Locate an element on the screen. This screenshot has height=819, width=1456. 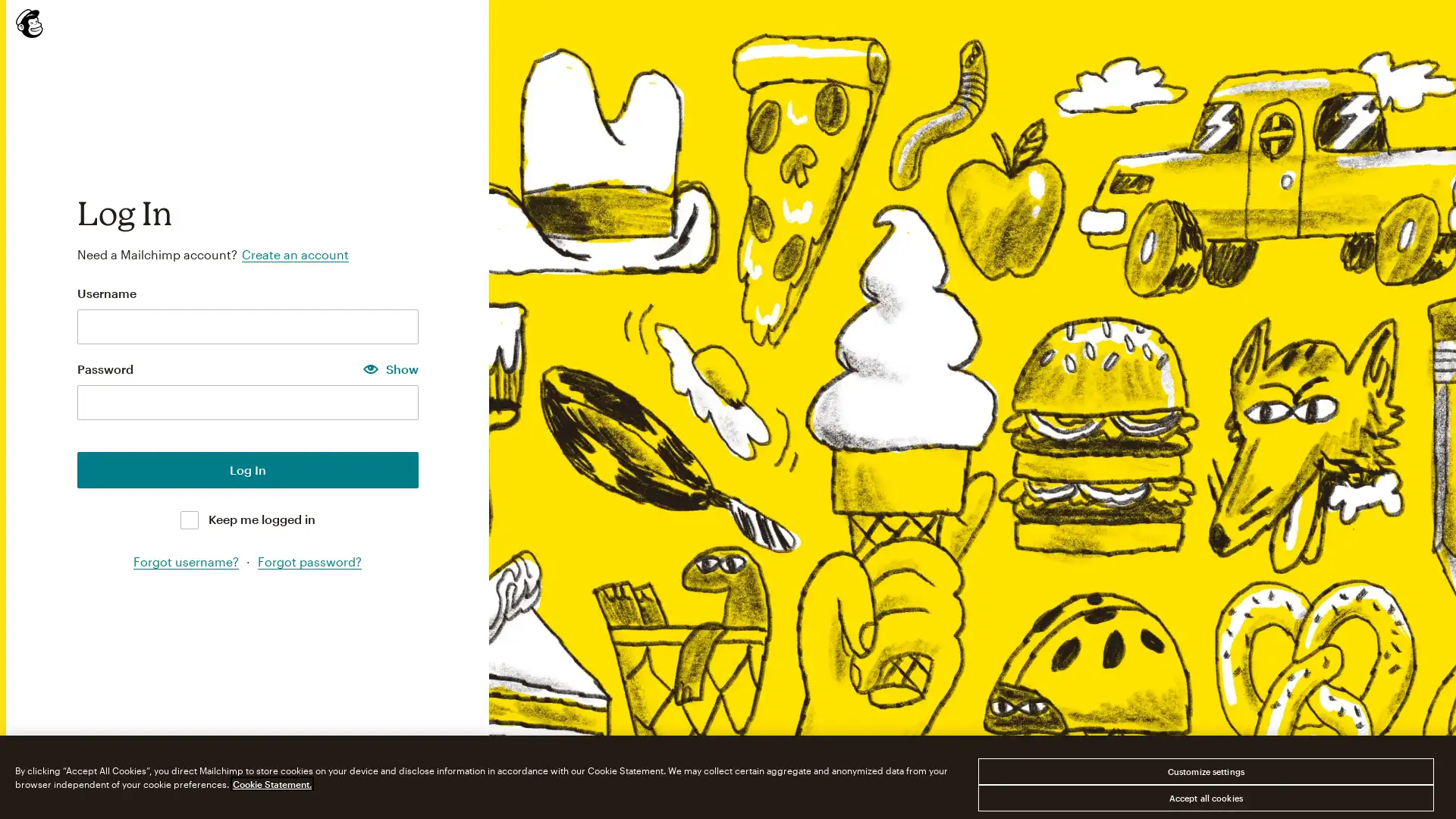
Log In is located at coordinates (247, 468).